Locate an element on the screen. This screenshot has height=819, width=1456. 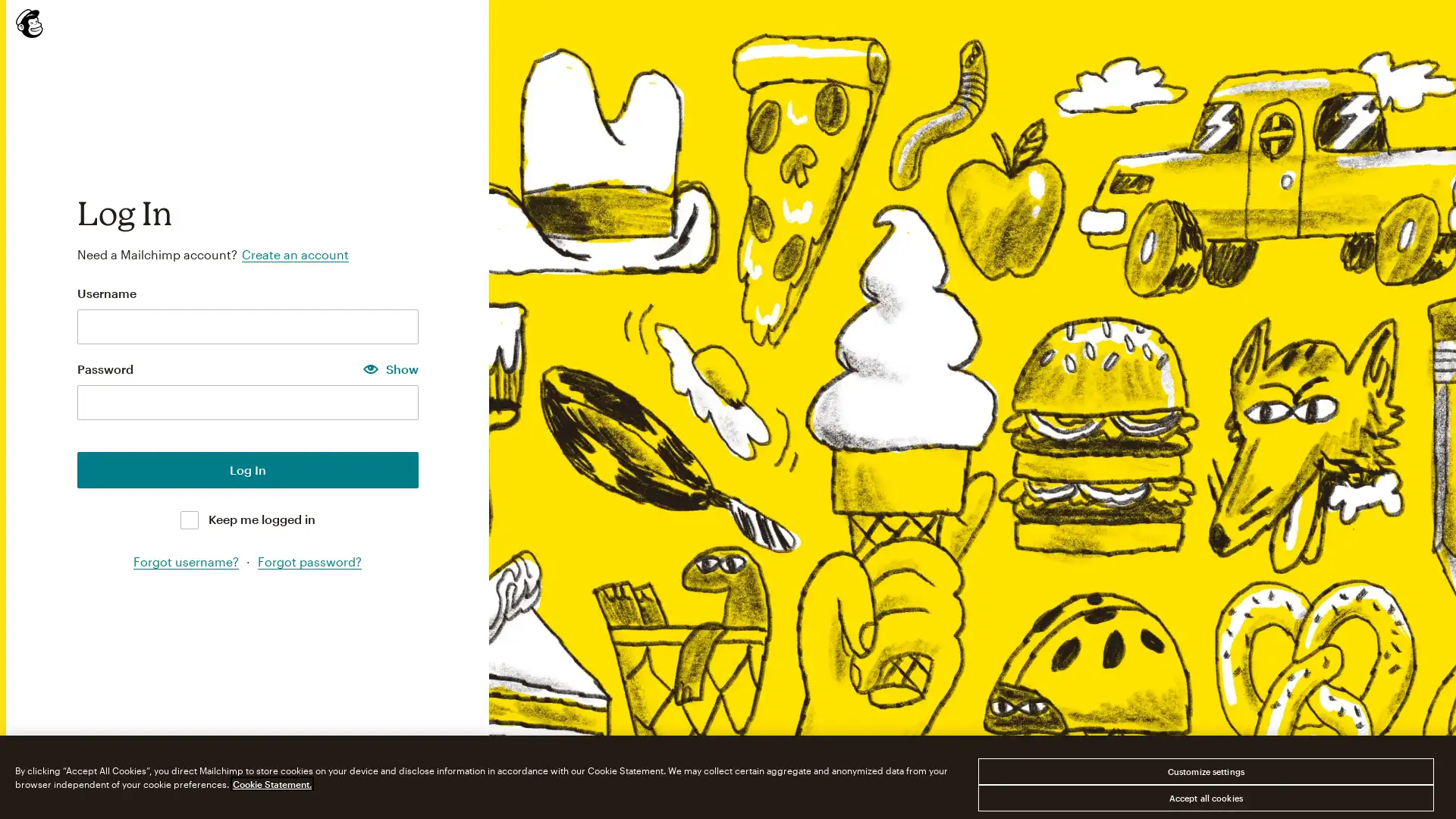
Log In is located at coordinates (247, 468).